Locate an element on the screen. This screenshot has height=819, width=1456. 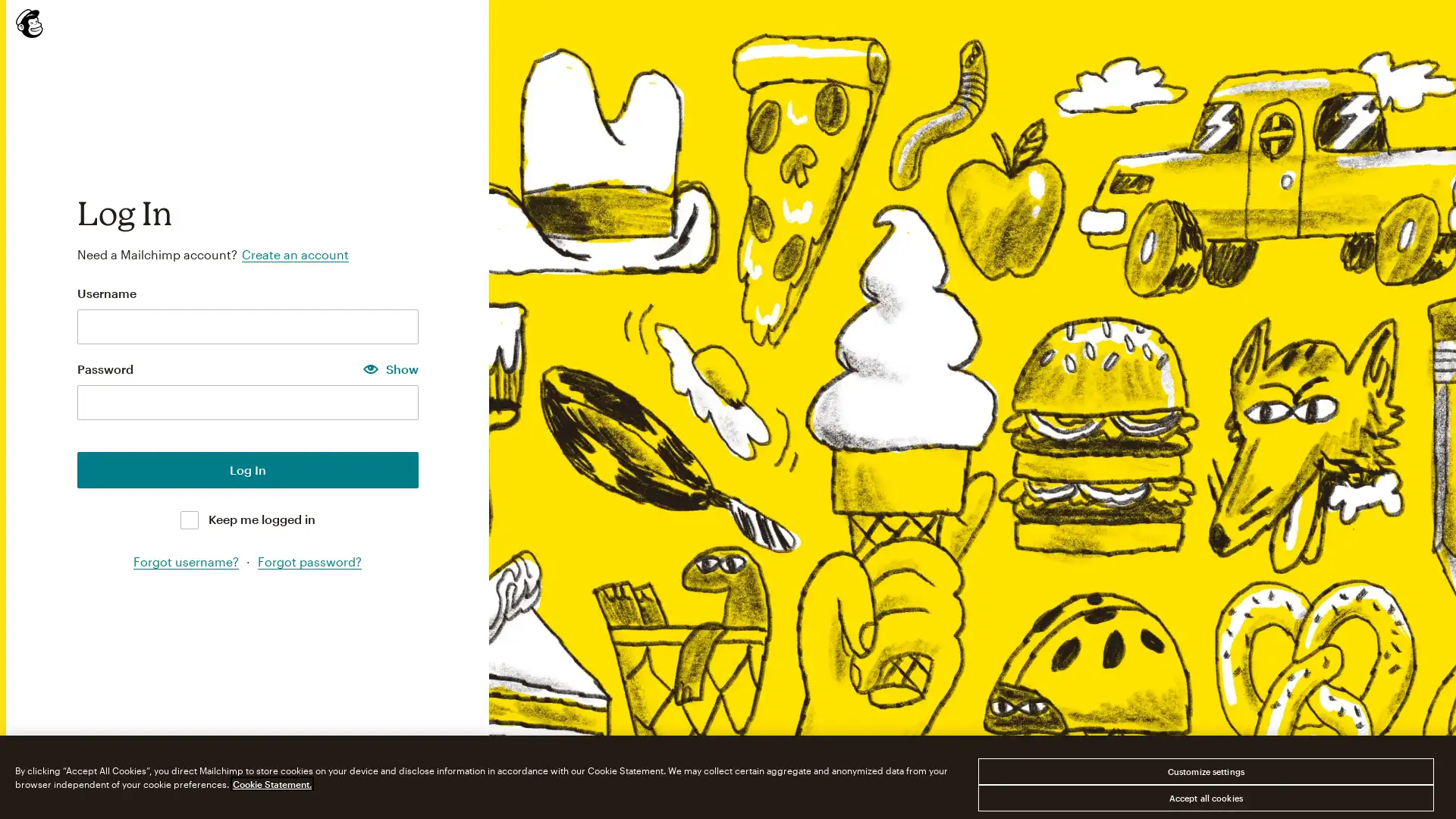
Log In is located at coordinates (247, 468).